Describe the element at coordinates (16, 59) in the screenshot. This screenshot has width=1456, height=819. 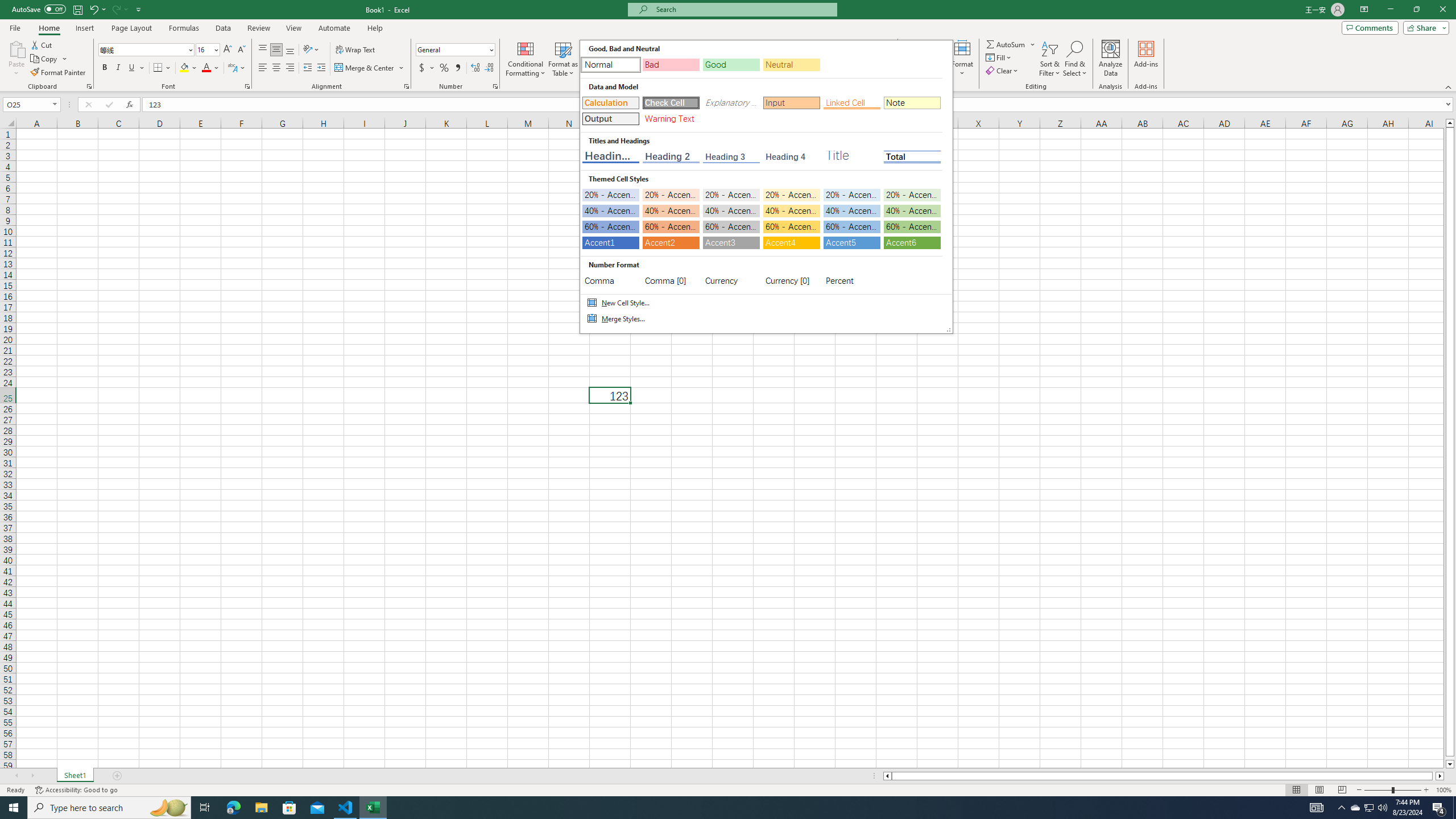
I see `'Paste'` at that location.